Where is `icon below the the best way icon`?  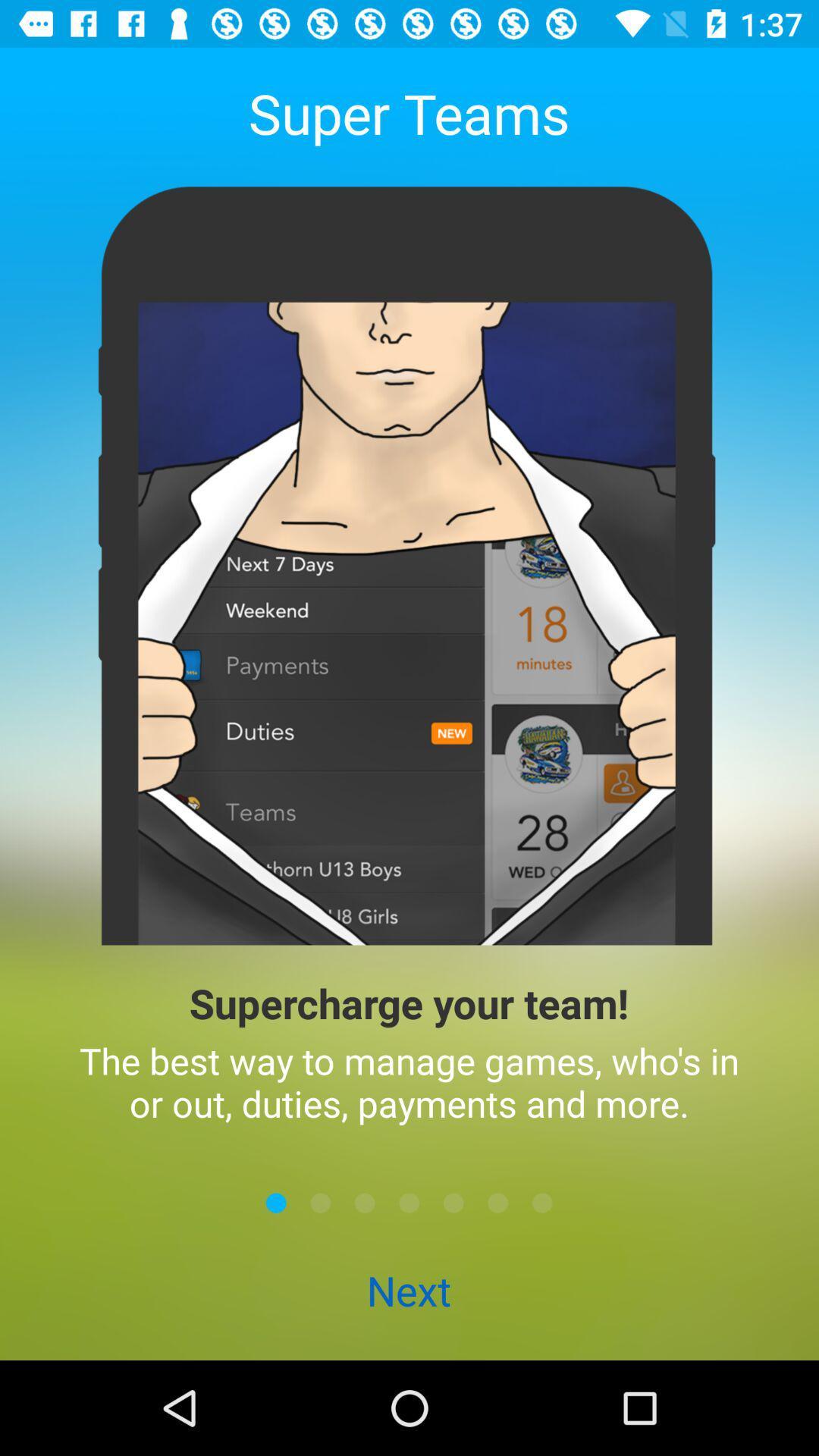
icon below the the best way icon is located at coordinates (276, 1202).